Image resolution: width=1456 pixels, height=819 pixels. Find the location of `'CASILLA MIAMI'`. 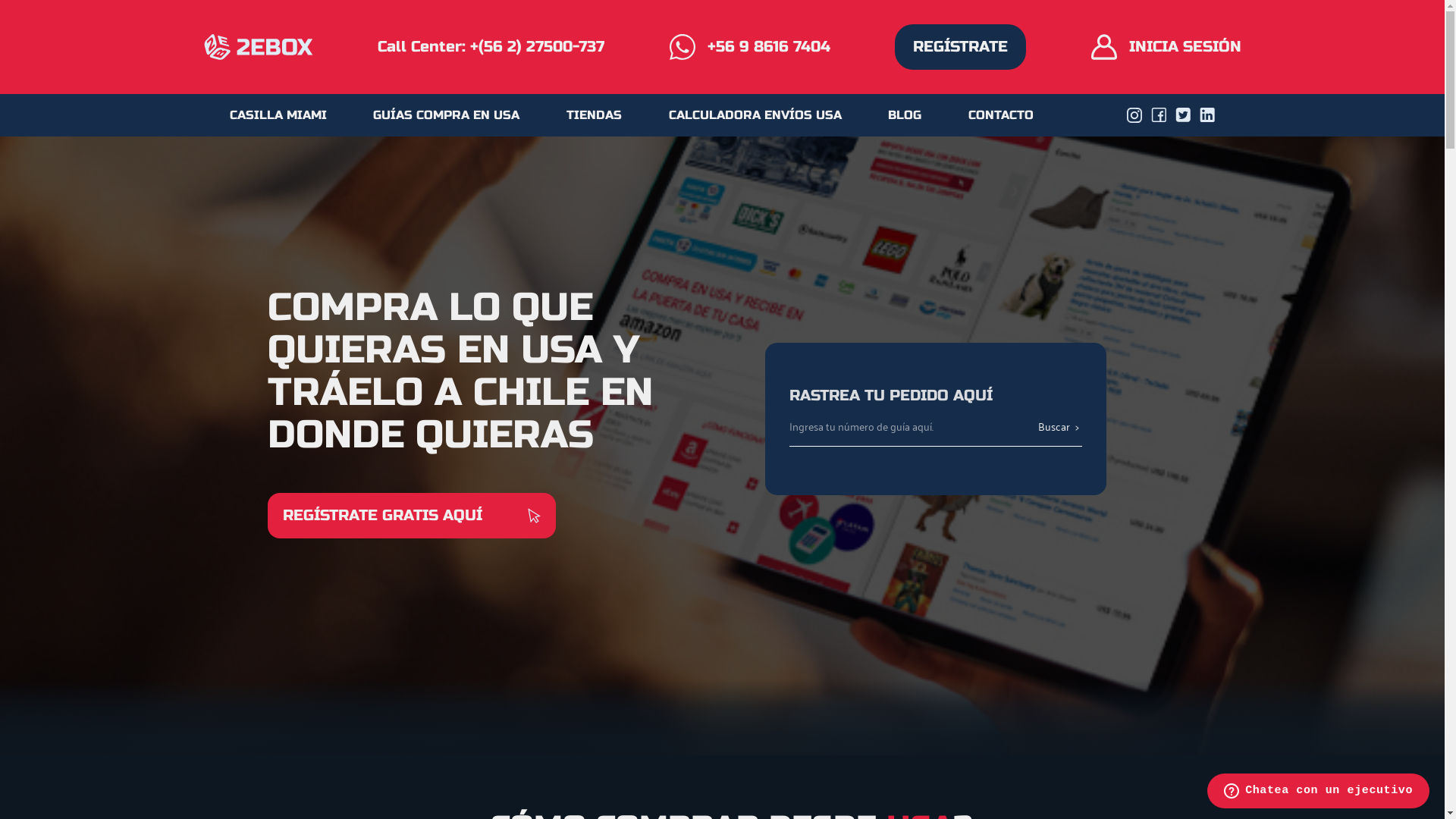

'CASILLA MIAMI' is located at coordinates (277, 114).